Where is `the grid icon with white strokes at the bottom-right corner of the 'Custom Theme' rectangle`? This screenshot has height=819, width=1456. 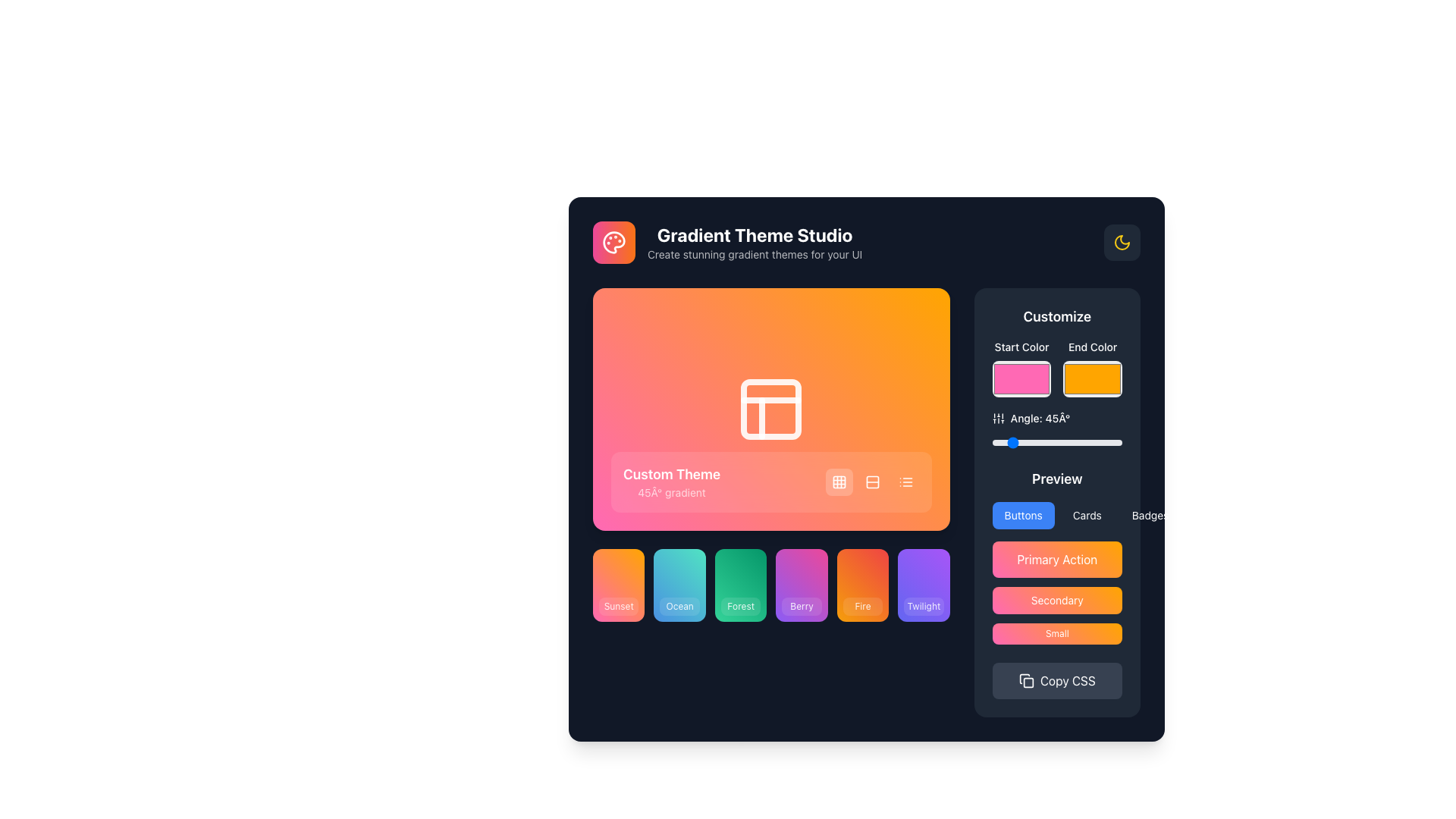 the grid icon with white strokes at the bottom-right corner of the 'Custom Theme' rectangle is located at coordinates (872, 482).